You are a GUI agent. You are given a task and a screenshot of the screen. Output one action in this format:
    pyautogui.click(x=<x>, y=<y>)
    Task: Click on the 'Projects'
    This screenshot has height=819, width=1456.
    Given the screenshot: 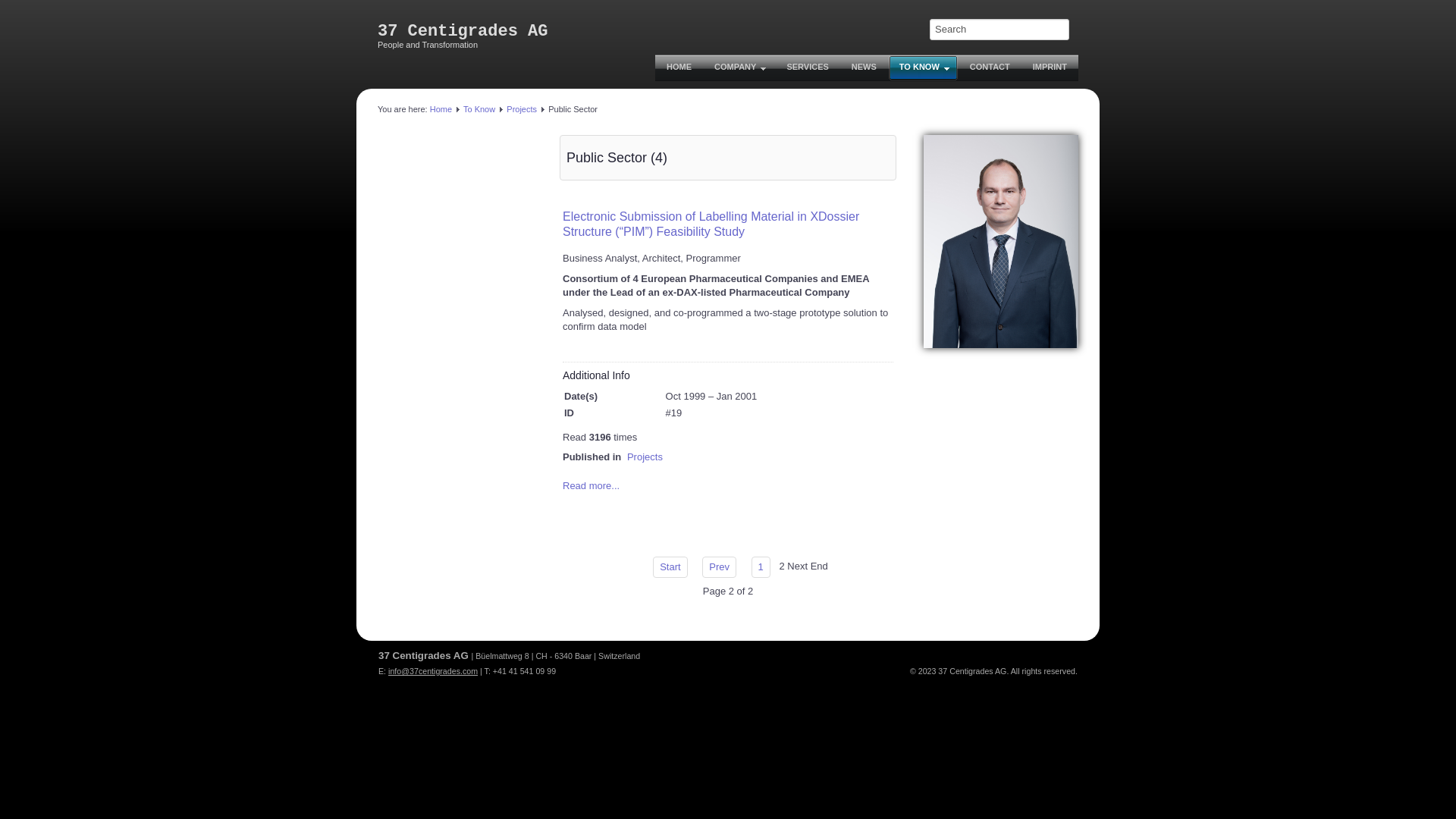 What is the action you would take?
    pyautogui.click(x=645, y=456)
    